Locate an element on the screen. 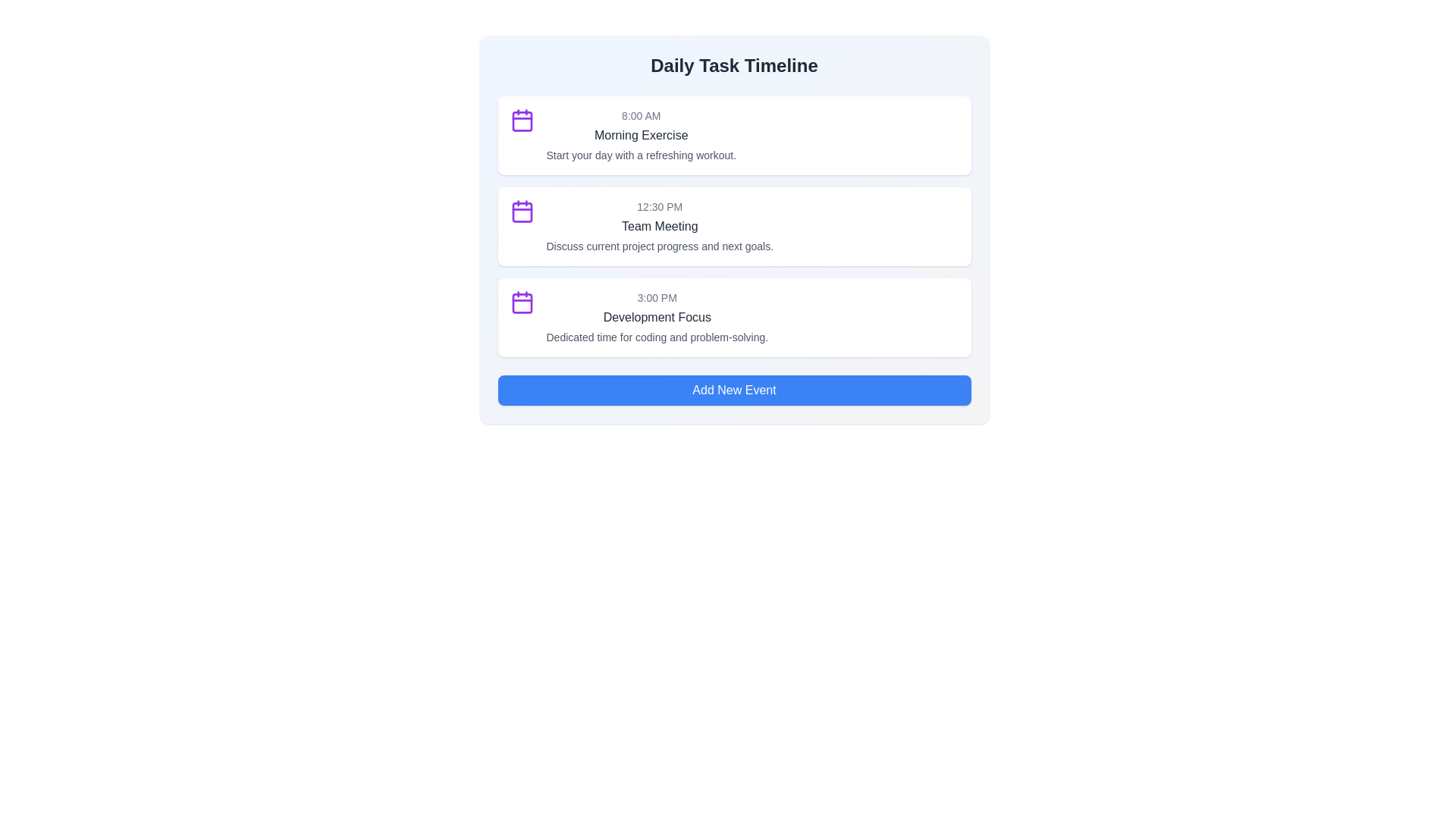 The height and width of the screenshot is (819, 1456). the text description element that provides details about the 'Team Meeting' event, positioned beneath the title 'Team Meeting' and above the time '12:30 PM' is located at coordinates (660, 245).